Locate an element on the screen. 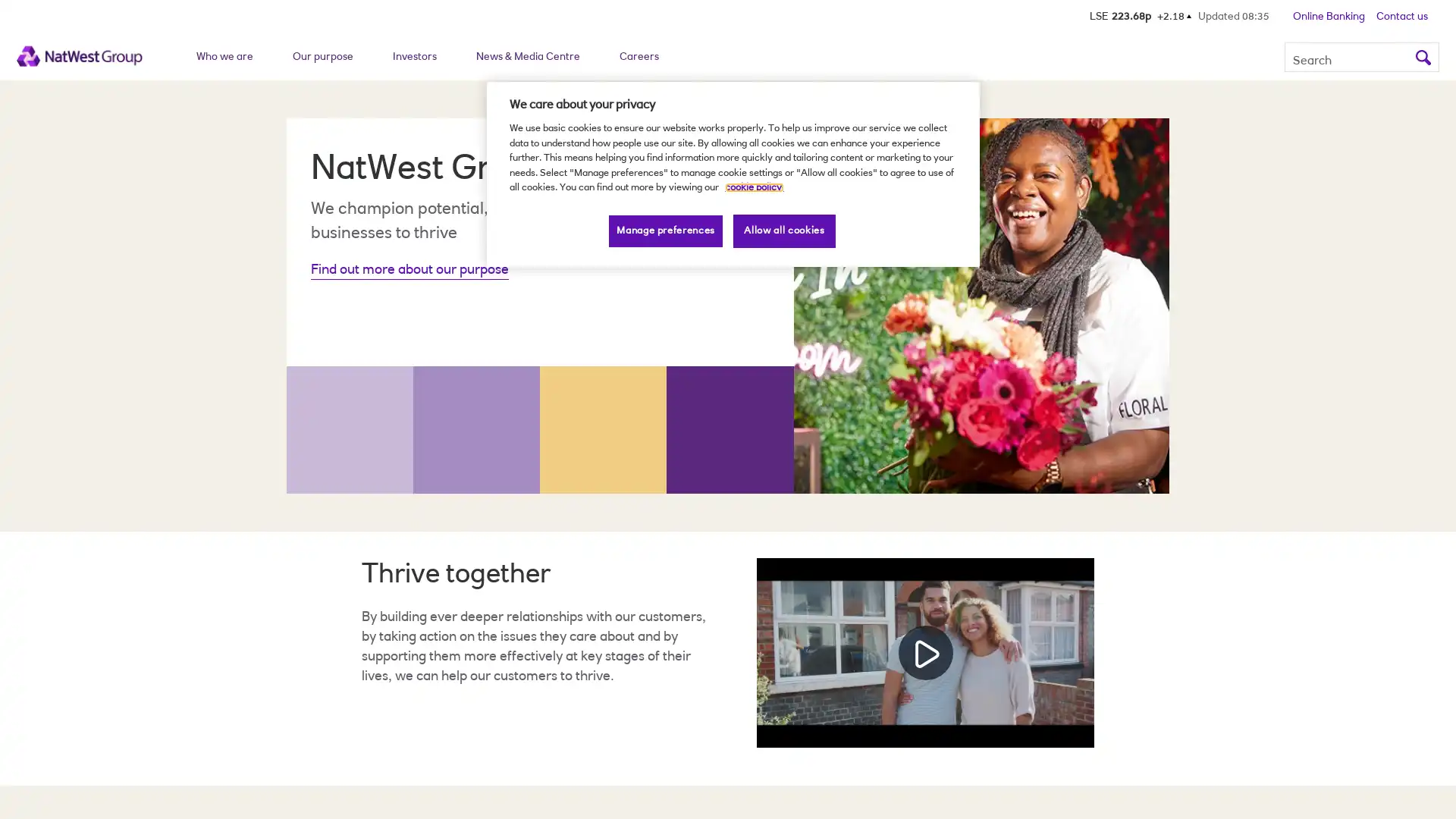 The width and height of the screenshot is (1456, 819). Thrive Together is located at coordinates (924, 651).